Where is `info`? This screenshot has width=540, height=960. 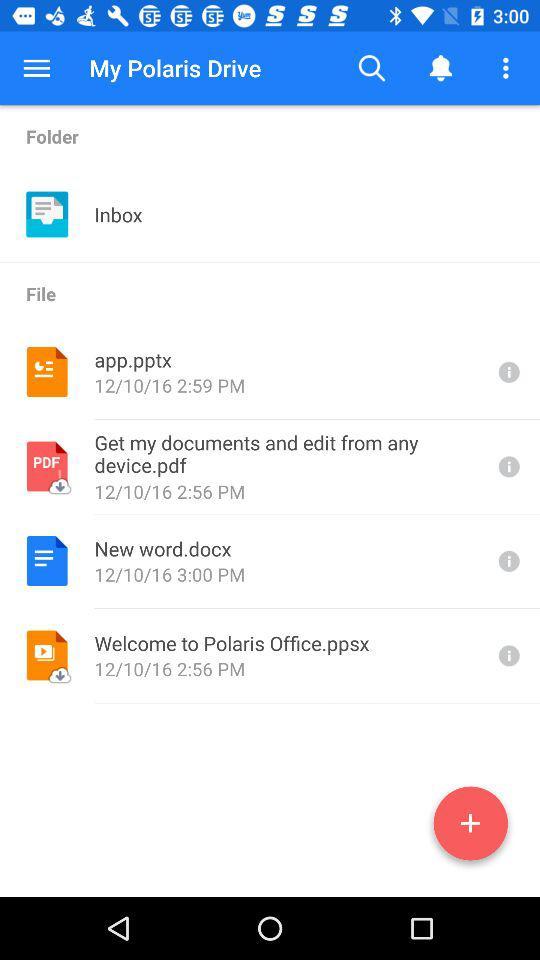 info is located at coordinates (470, 827).